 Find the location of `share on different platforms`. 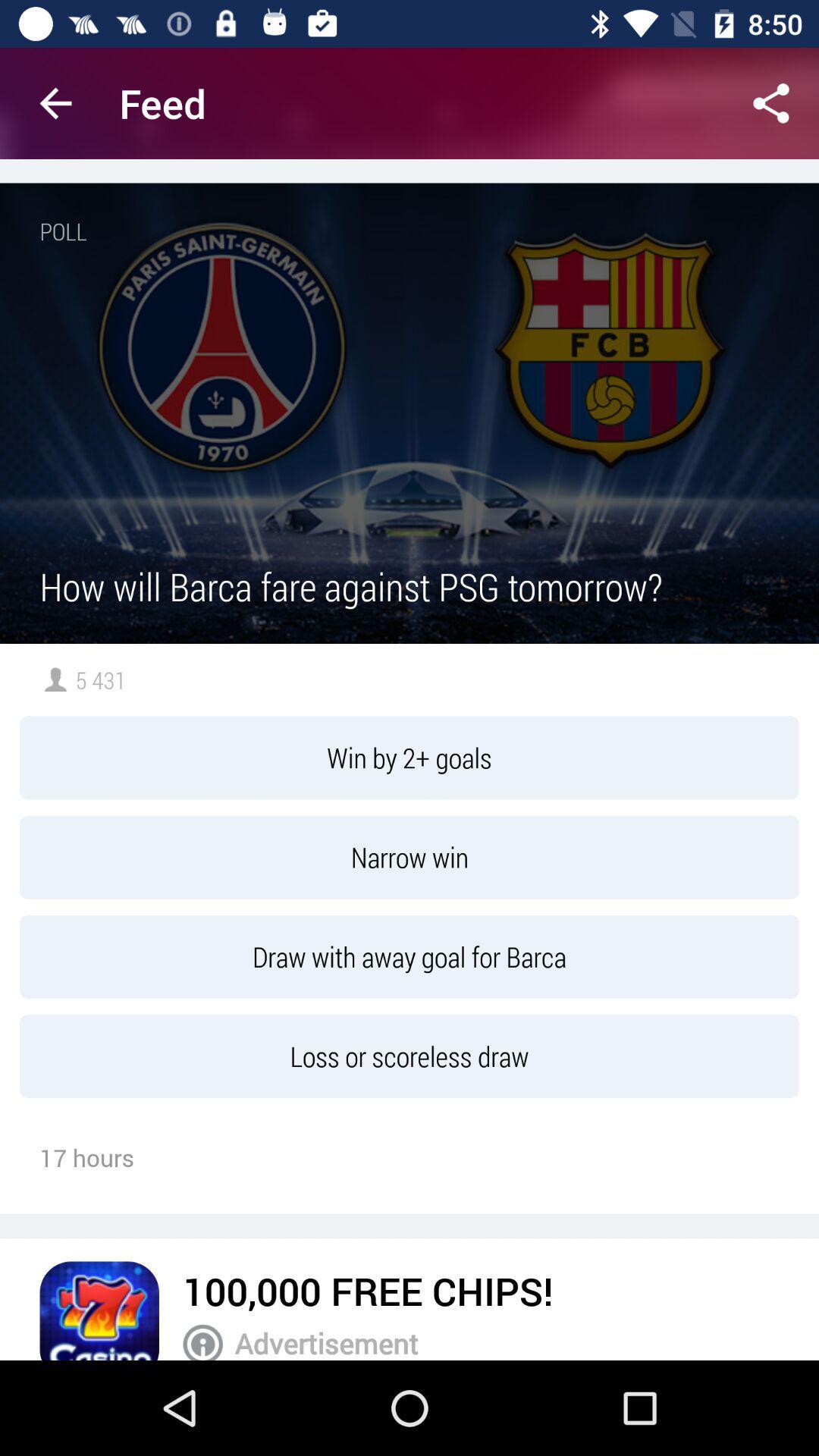

share on different platforms is located at coordinates (771, 102).